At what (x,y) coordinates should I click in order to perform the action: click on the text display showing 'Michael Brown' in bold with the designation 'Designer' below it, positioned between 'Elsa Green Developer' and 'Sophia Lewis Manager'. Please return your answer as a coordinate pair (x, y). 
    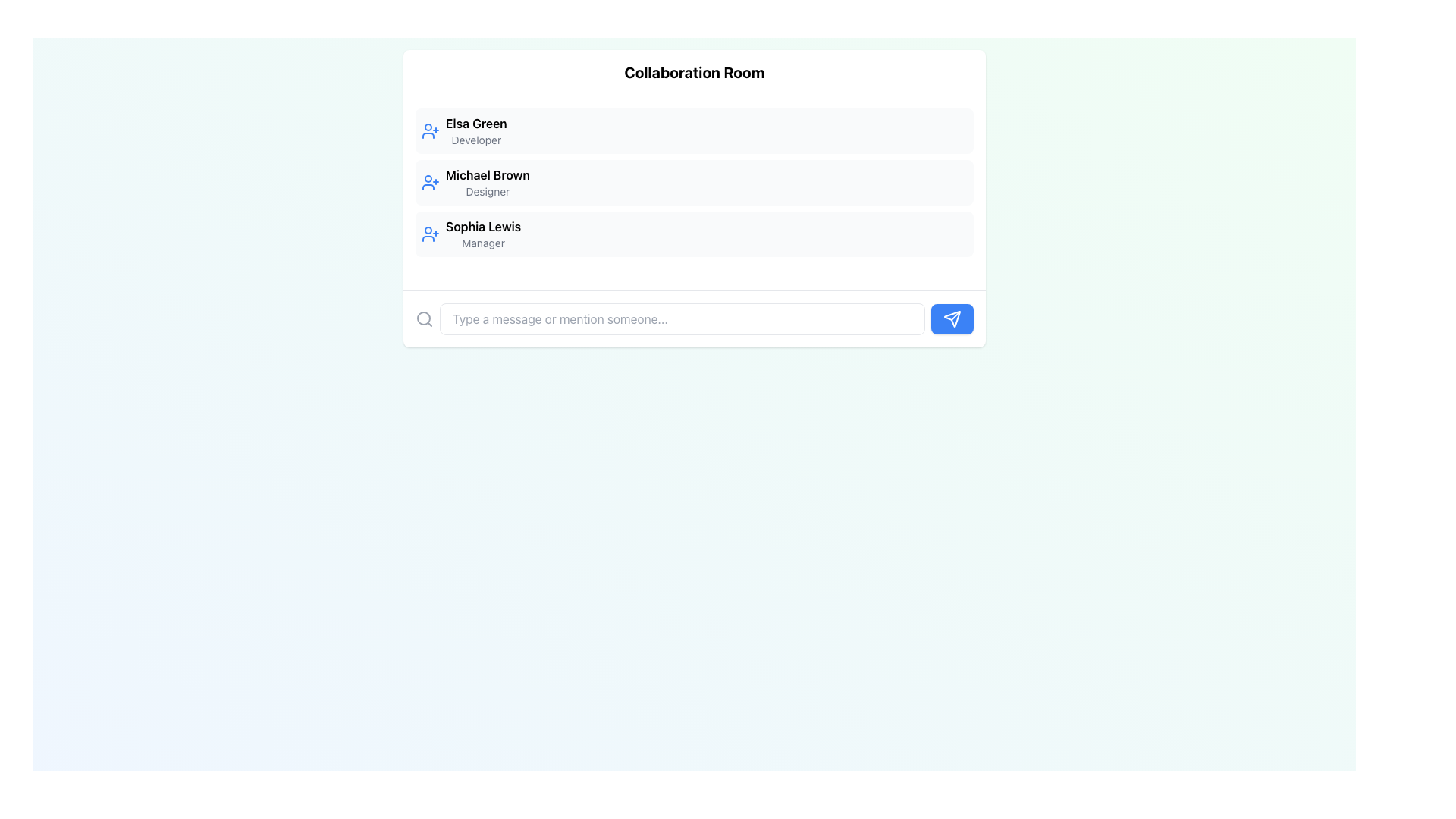
    Looking at the image, I should click on (488, 181).